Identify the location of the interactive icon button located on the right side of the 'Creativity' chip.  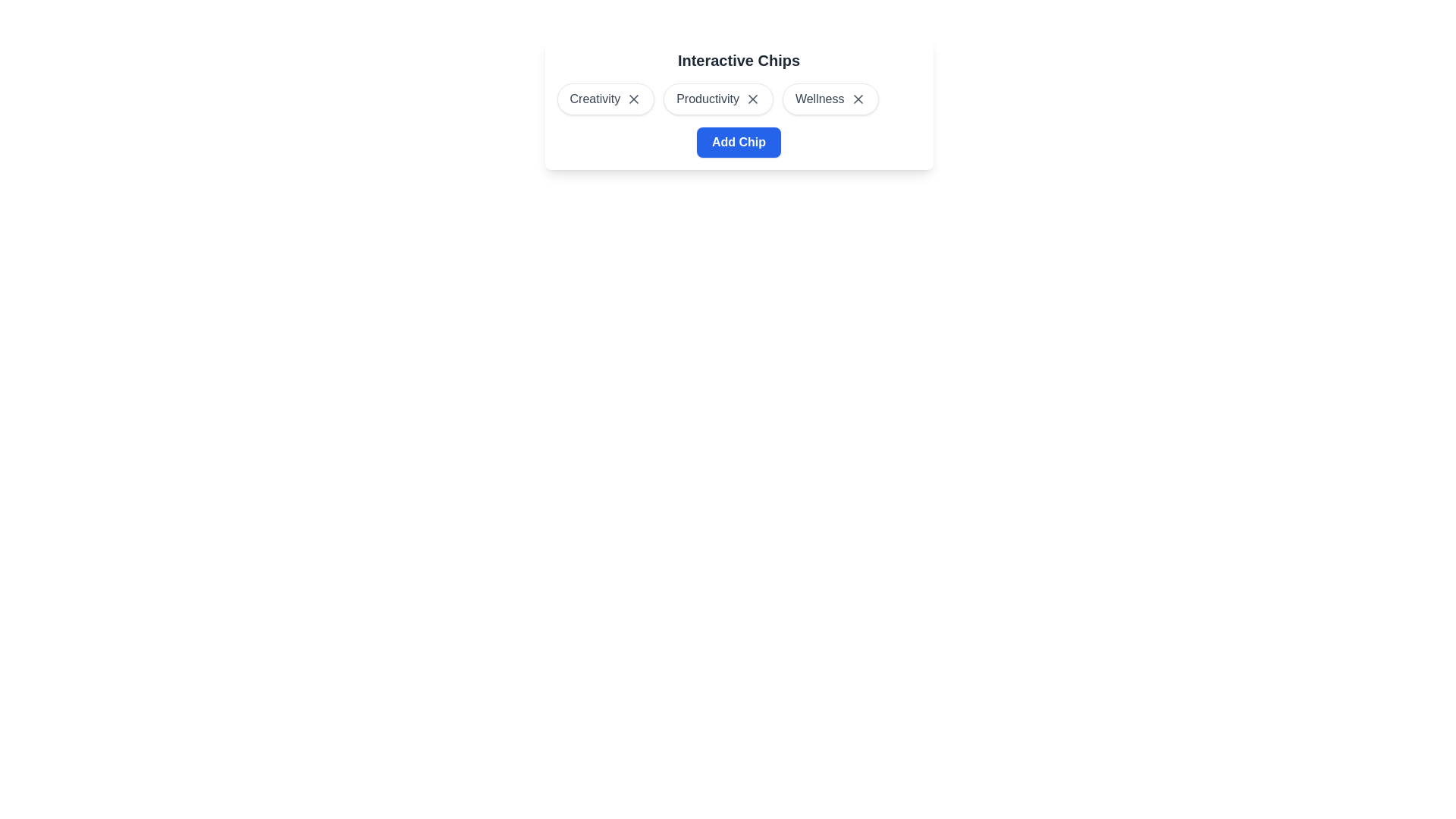
(634, 99).